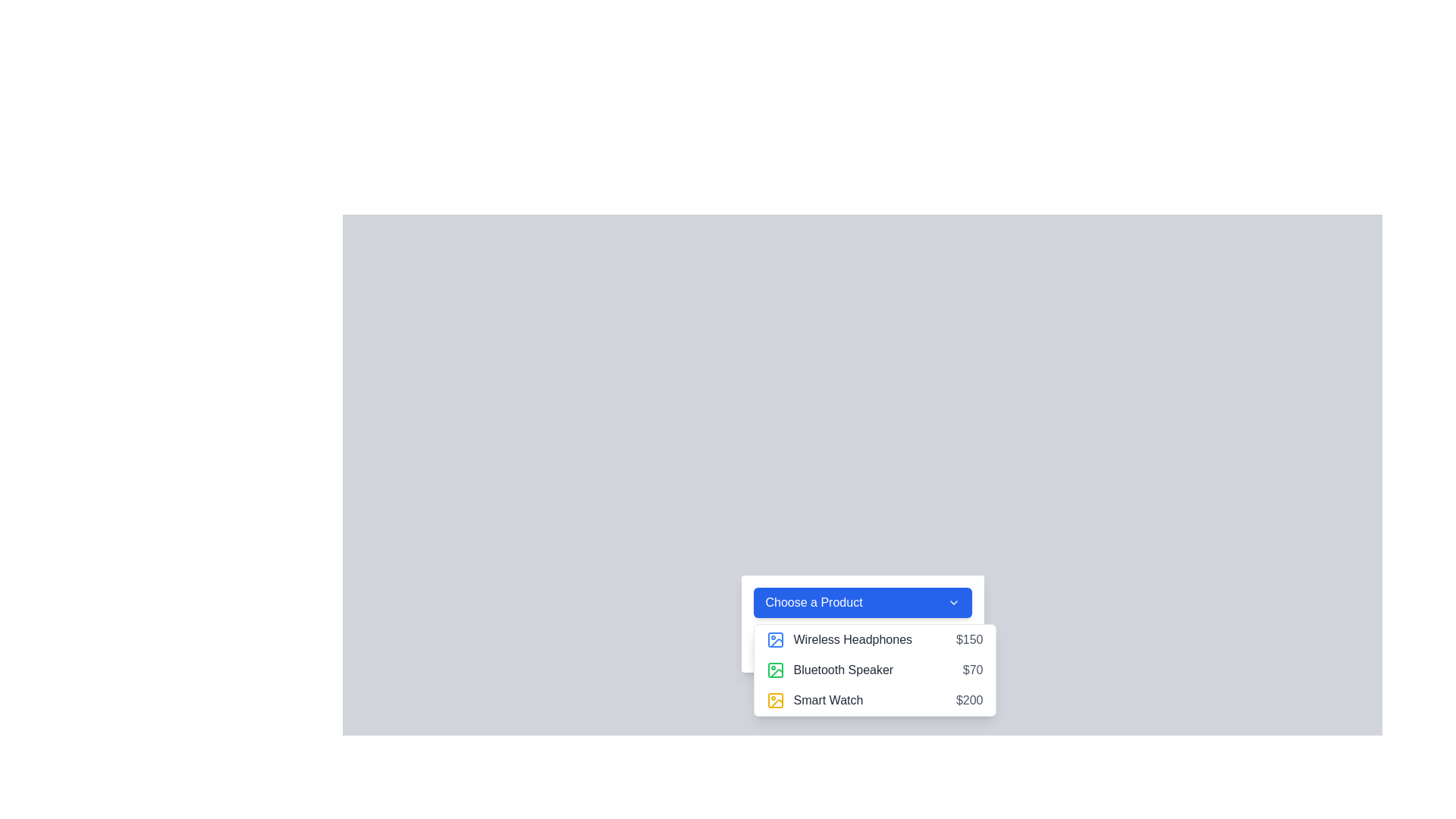  Describe the element at coordinates (862, 623) in the screenshot. I see `the dropdown menu item that contains options for products, specifically targeting the 'Wireless Headphones' option which is the first item` at that location.